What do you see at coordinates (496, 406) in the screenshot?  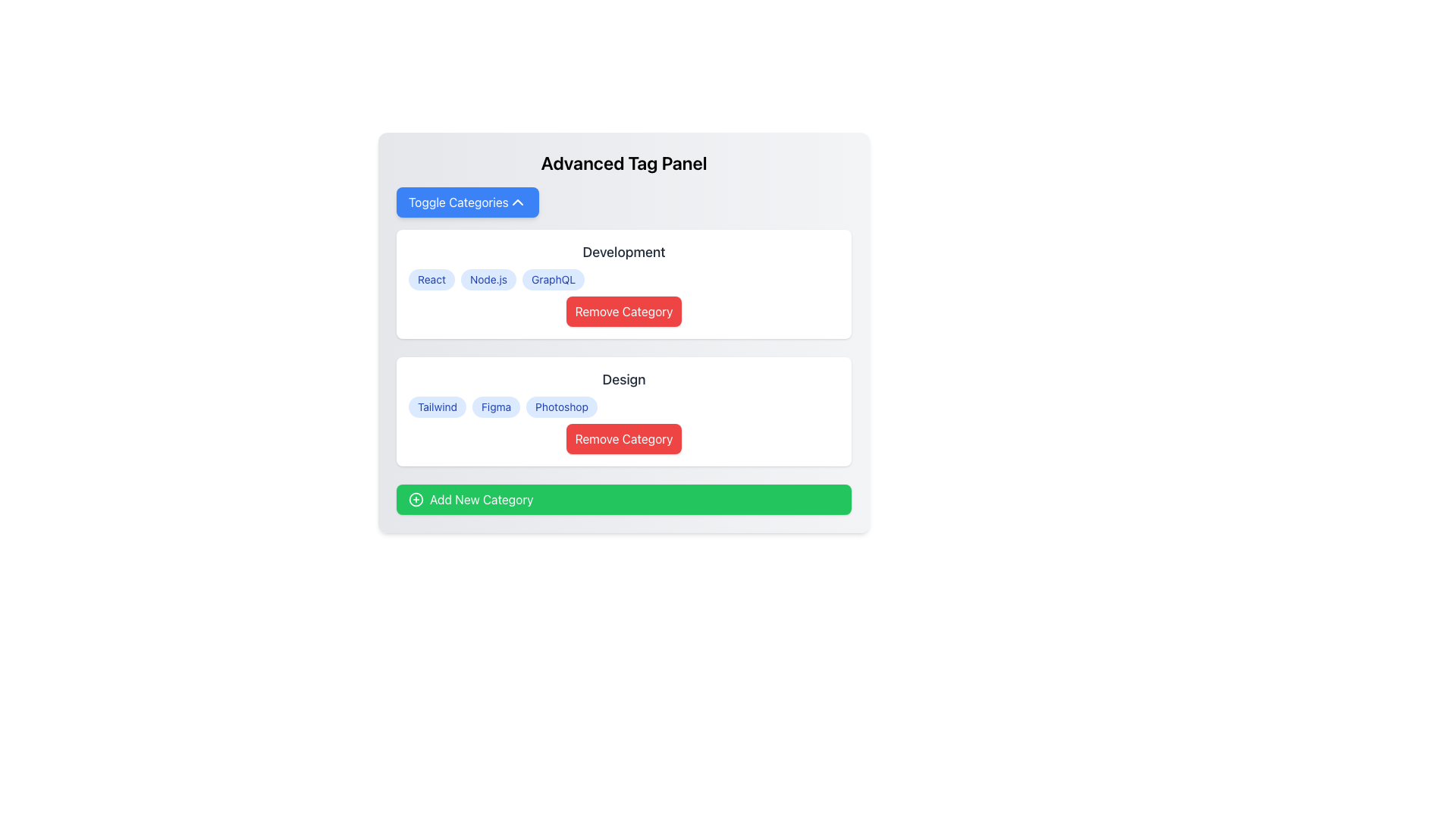 I see `the 'Figma' category label in the 'Design' section, which is positioned in the middle of three labels: 'Tailwind', 'Figma', 'Photoshop'` at bounding box center [496, 406].